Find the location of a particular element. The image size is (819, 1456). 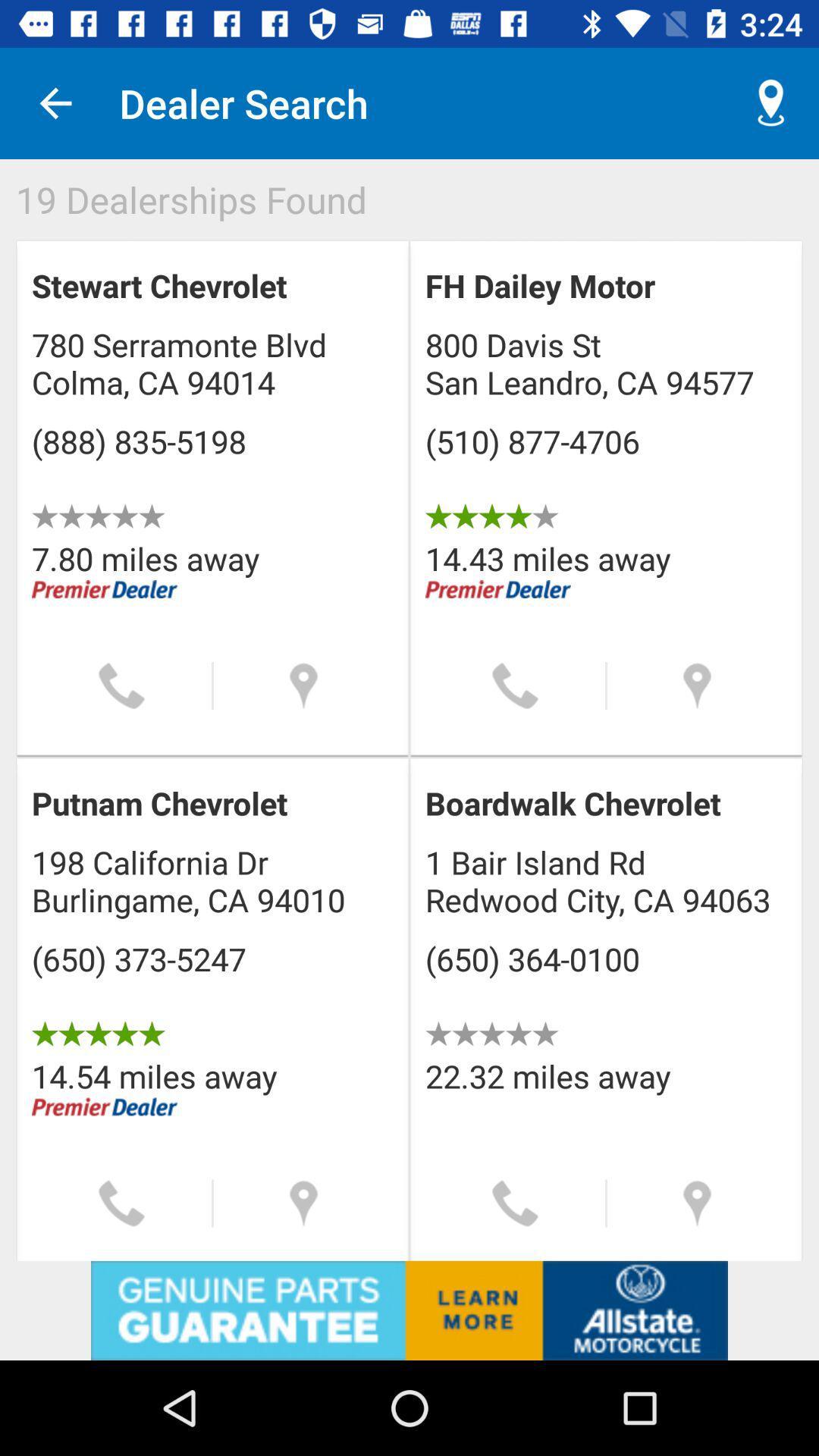

call store is located at coordinates (514, 685).